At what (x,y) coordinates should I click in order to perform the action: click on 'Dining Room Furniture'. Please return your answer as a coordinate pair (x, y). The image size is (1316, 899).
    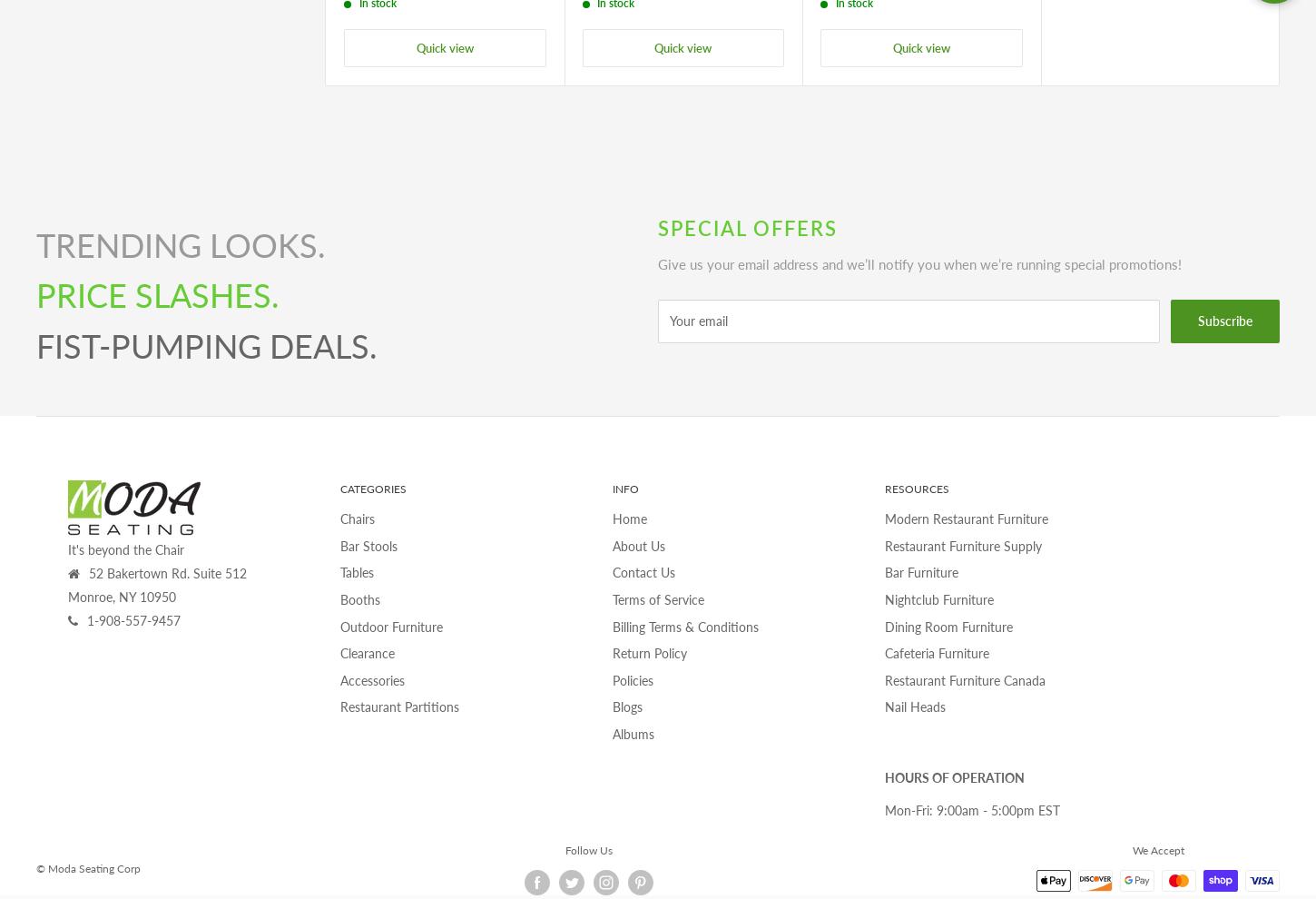
    Looking at the image, I should click on (948, 626).